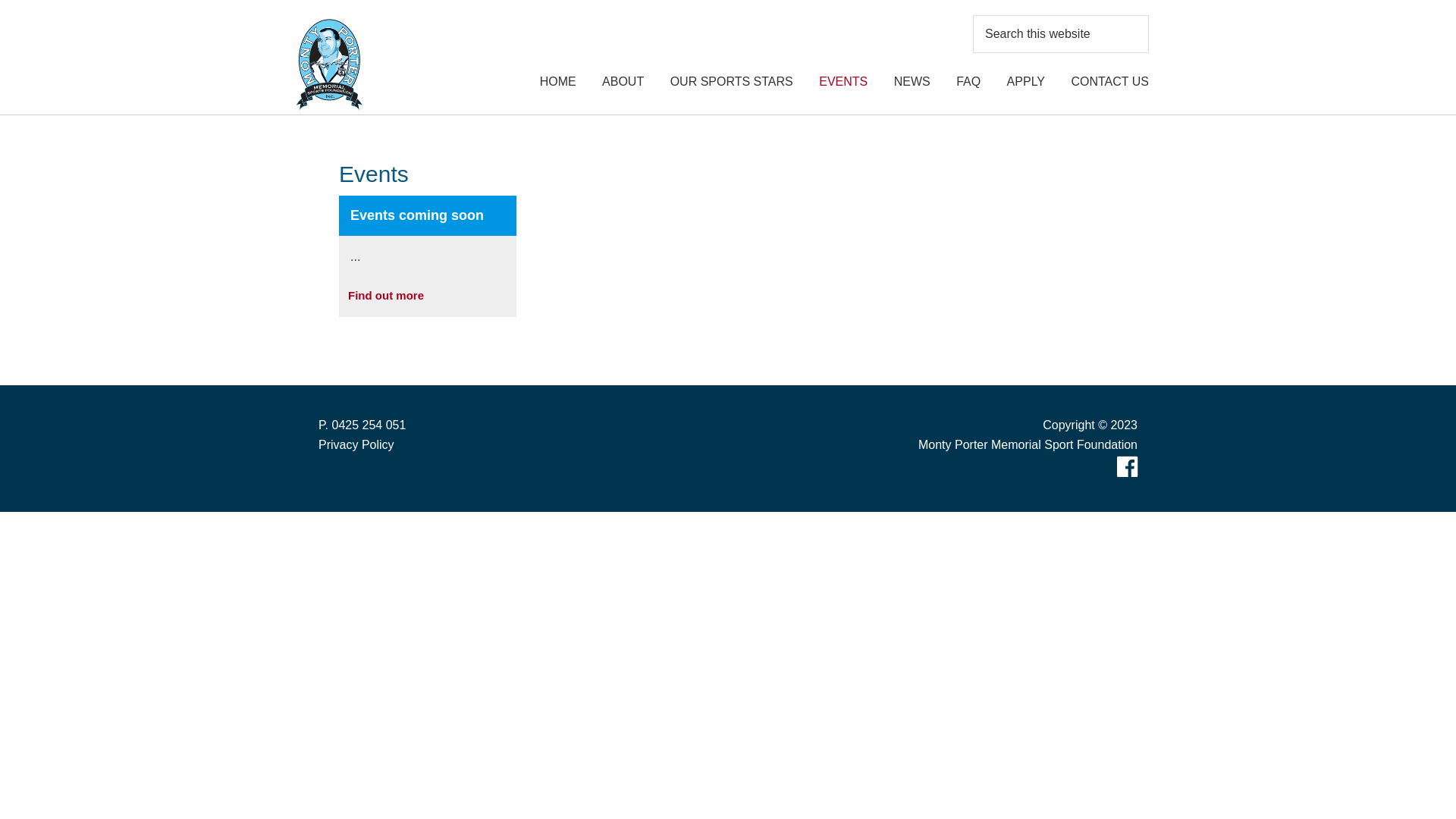 Image resolution: width=1456 pixels, height=819 pixels. Describe the element at coordinates (1109, 82) in the screenshot. I see `'CONTACT US'` at that location.